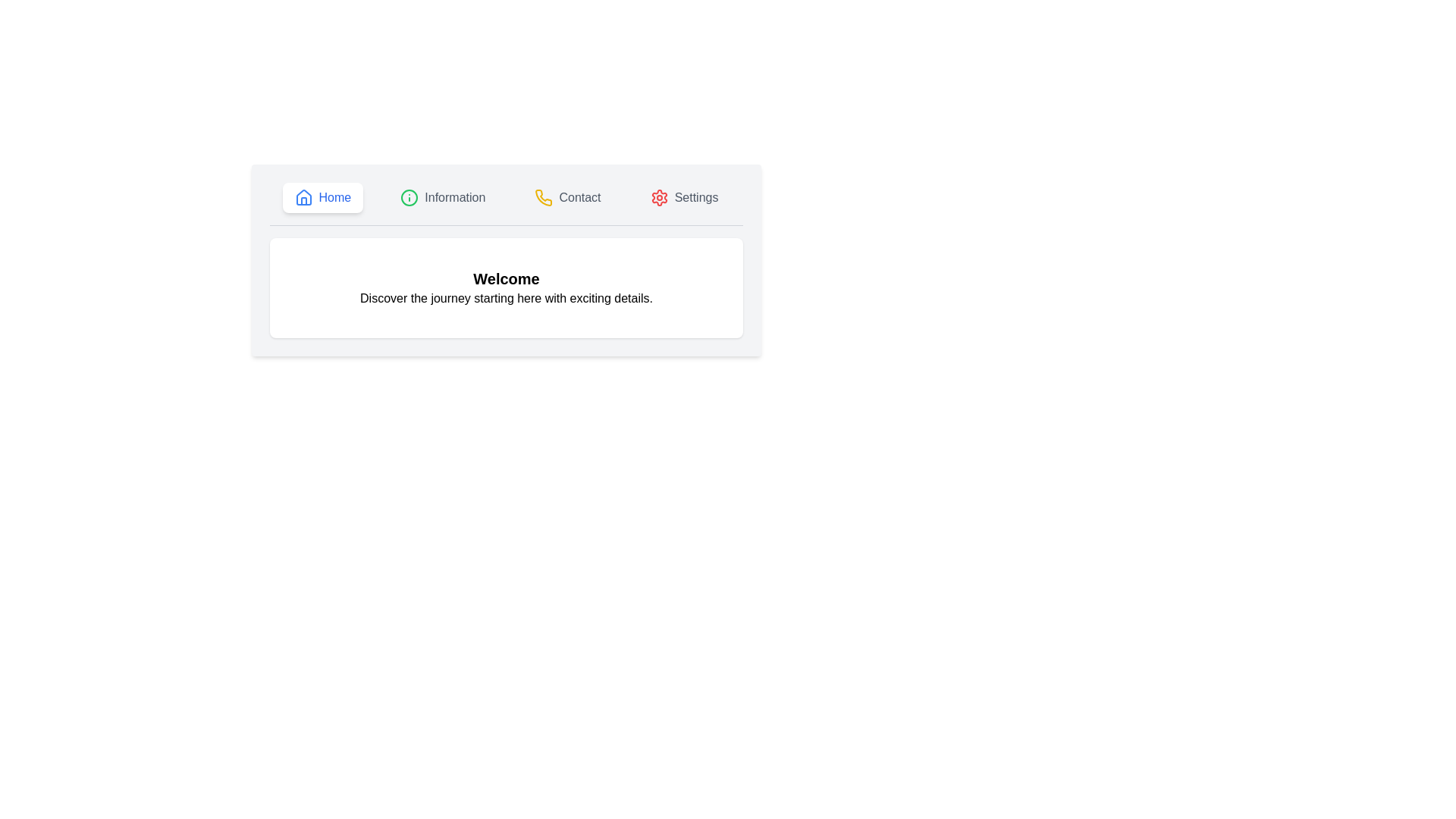 This screenshot has width=1456, height=819. What do you see at coordinates (506, 298) in the screenshot?
I see `the text element displaying 'Discover the journey starting here with exciting details', which is located beneath the bold title 'Welcome'` at bounding box center [506, 298].